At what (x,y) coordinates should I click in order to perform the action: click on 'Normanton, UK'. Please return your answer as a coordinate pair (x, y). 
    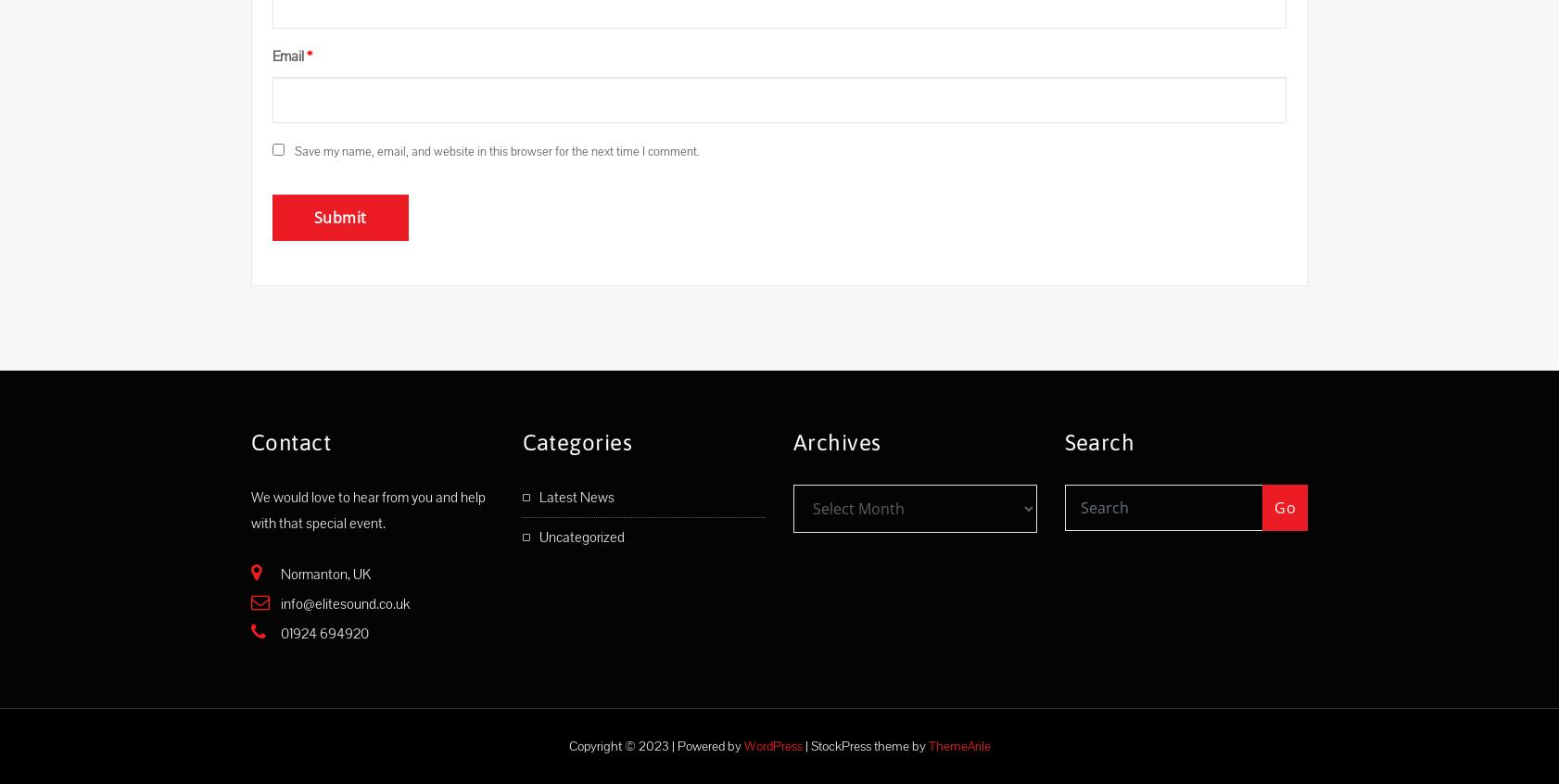
    Looking at the image, I should click on (279, 573).